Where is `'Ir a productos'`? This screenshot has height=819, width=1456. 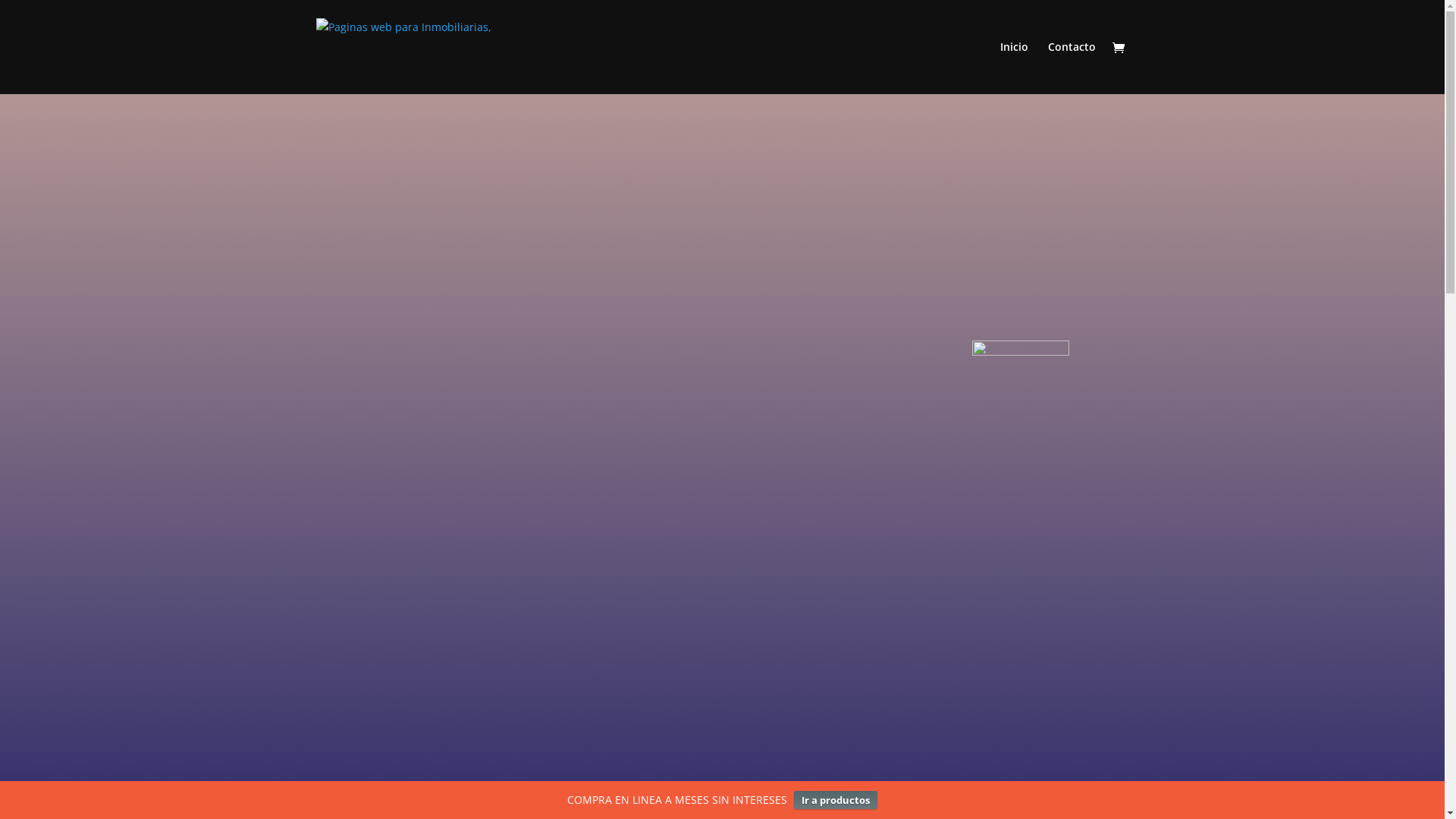 'Ir a productos' is located at coordinates (835, 799).